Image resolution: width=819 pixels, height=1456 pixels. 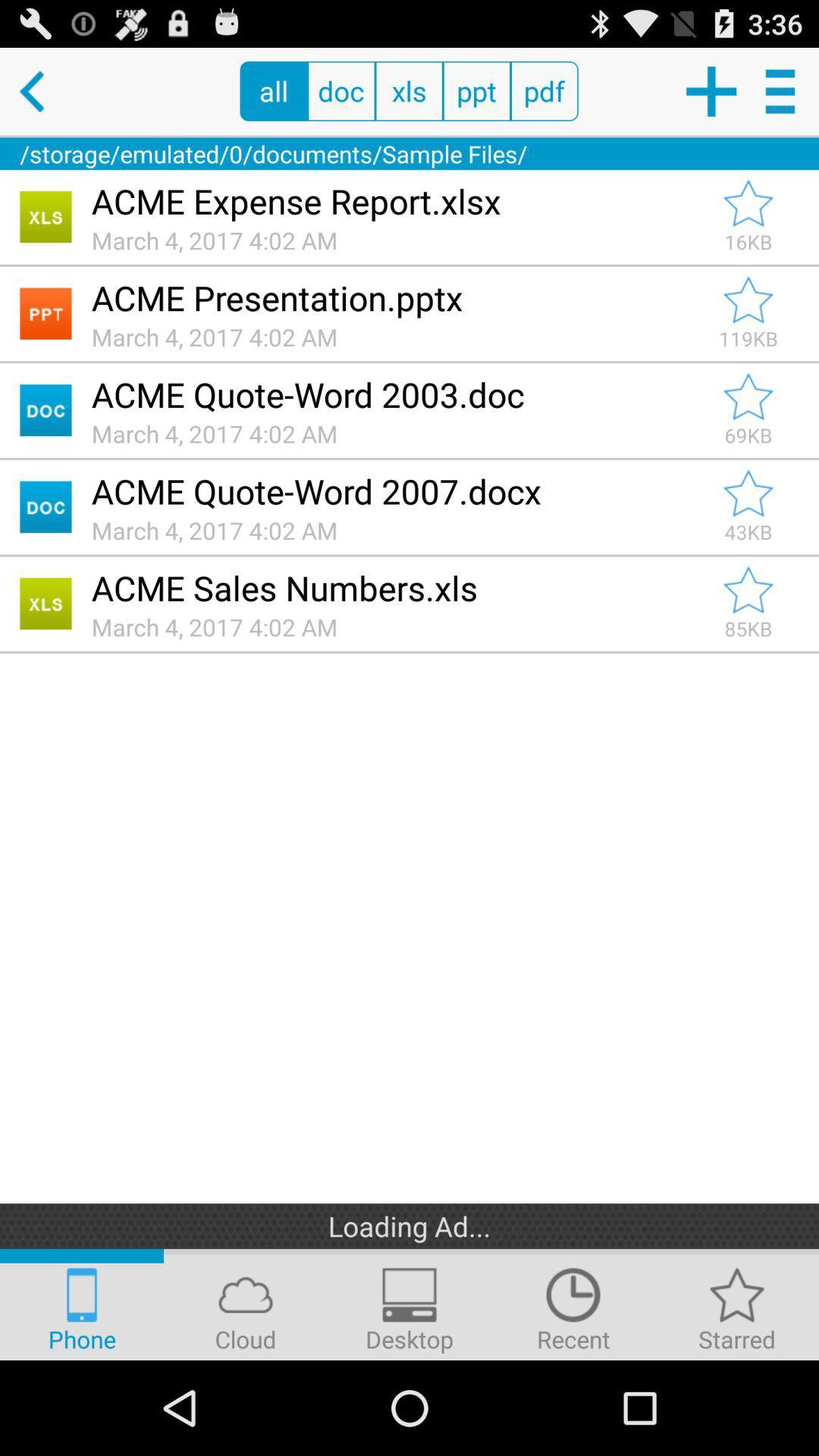 What do you see at coordinates (42, 90) in the screenshot?
I see `previous` at bounding box center [42, 90].